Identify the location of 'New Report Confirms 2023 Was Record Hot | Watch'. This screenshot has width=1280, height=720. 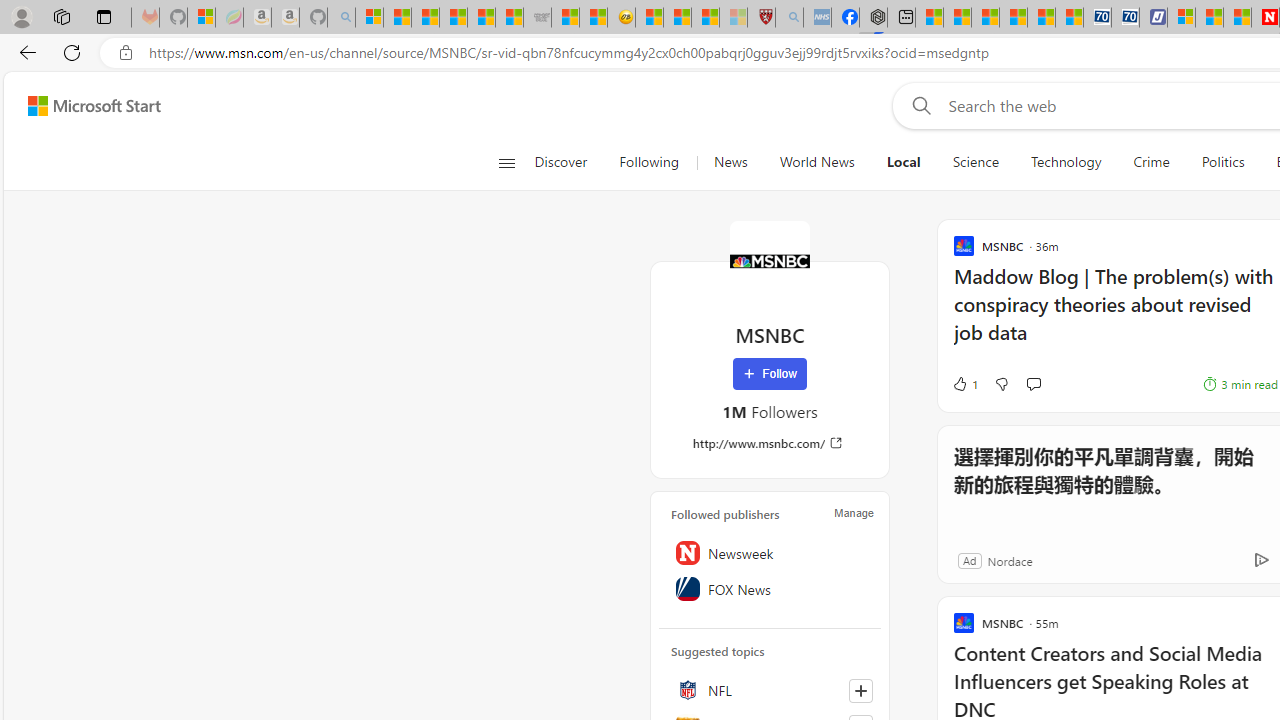
(481, 17).